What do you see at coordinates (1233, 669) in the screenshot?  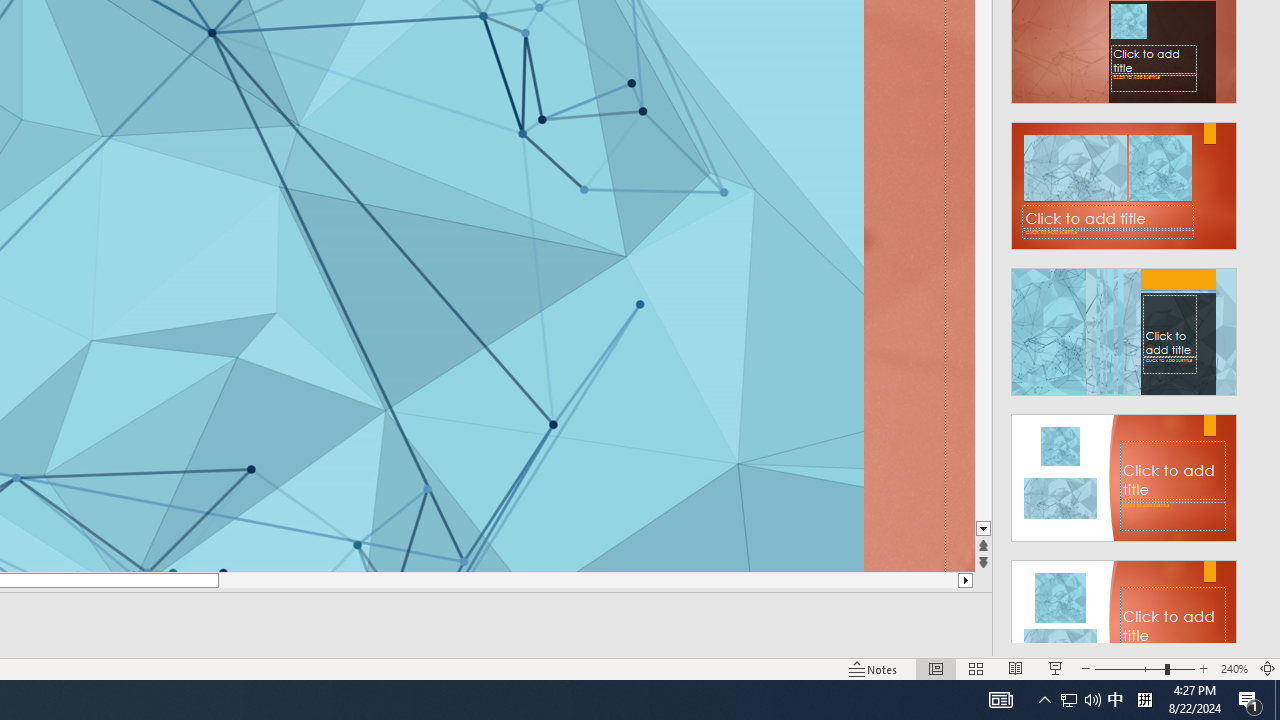 I see `'Zoom 240%'` at bounding box center [1233, 669].